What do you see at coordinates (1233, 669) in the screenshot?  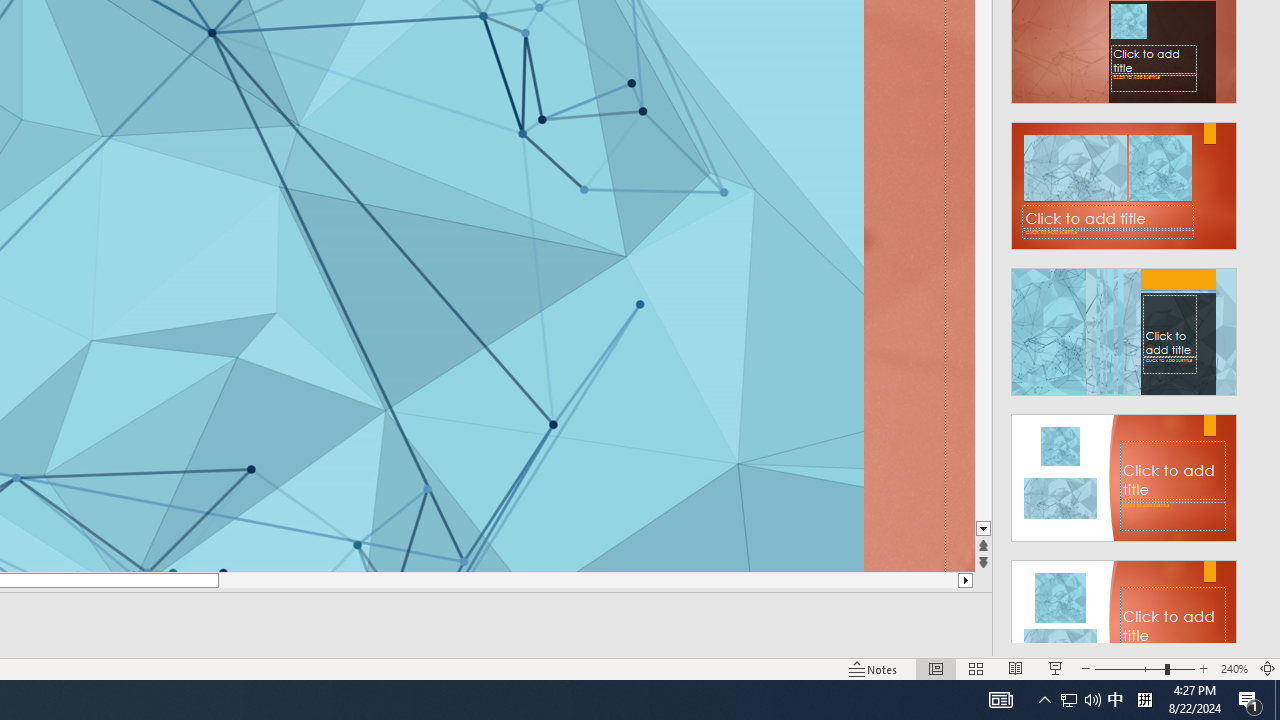 I see `'Zoom 240%'` at bounding box center [1233, 669].